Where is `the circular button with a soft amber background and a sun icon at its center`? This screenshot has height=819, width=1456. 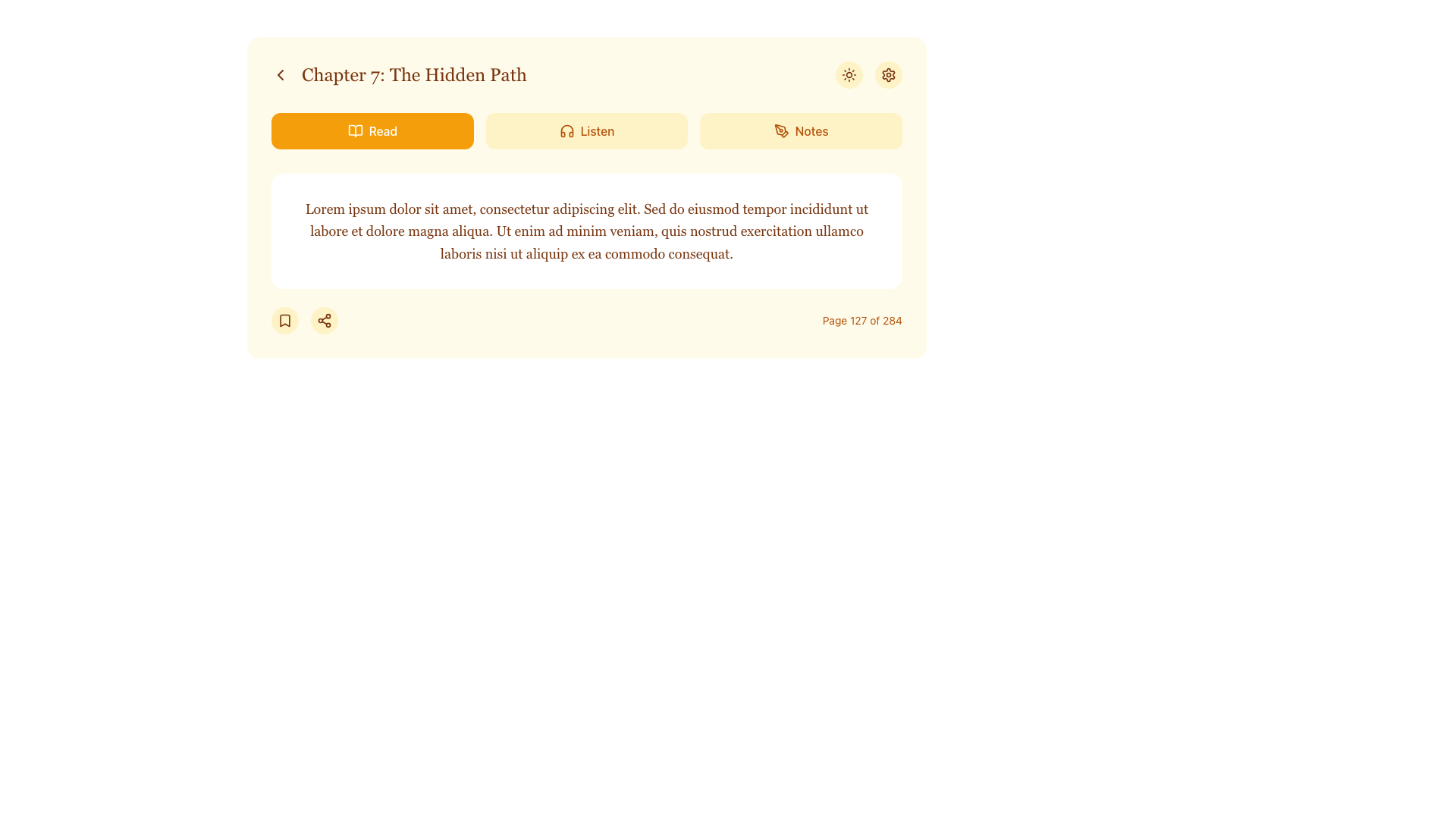 the circular button with a soft amber background and a sun icon at its center is located at coordinates (848, 75).